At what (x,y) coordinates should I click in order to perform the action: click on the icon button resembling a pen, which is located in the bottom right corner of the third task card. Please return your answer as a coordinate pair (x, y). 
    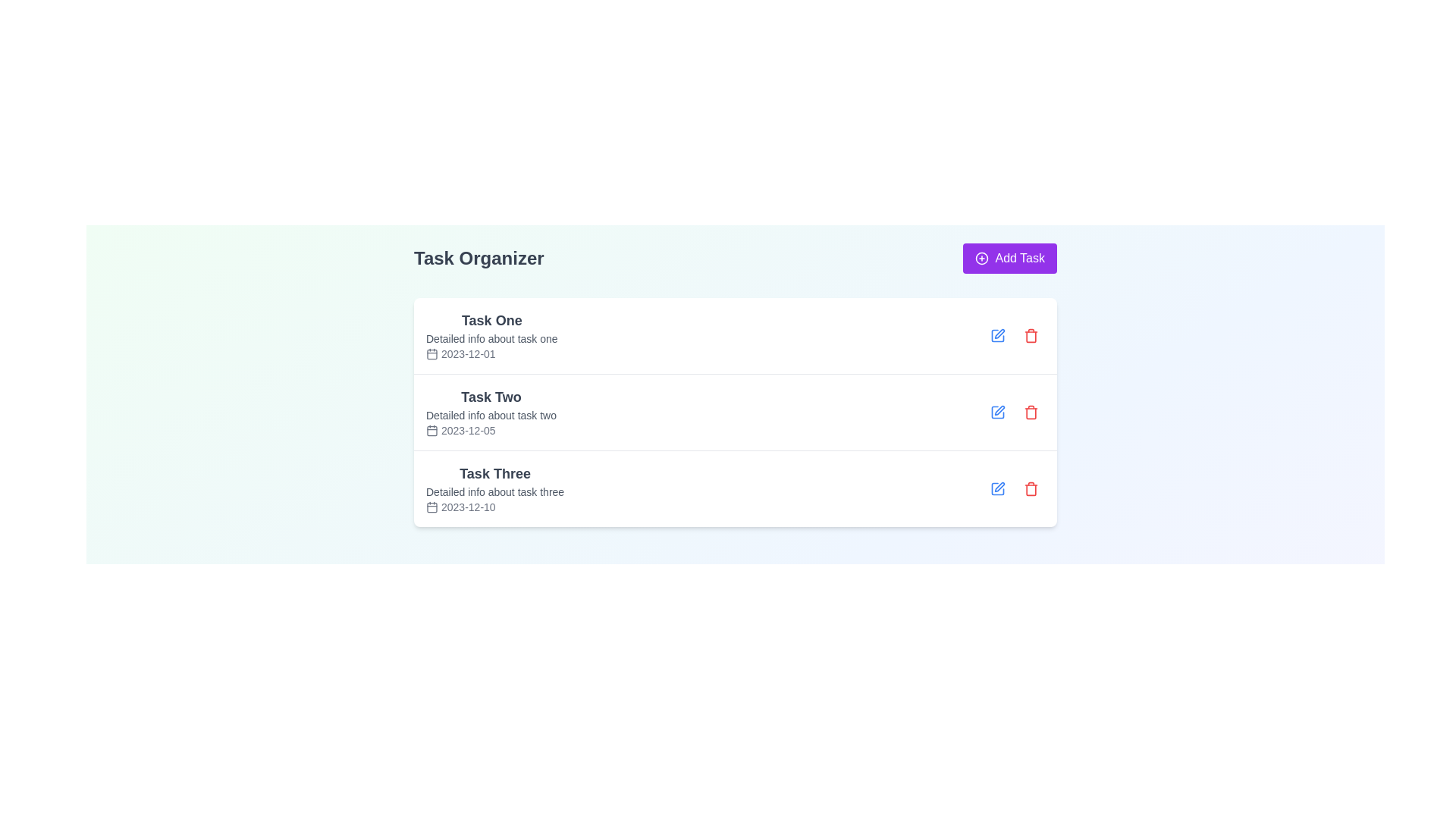
    Looking at the image, I should click on (997, 488).